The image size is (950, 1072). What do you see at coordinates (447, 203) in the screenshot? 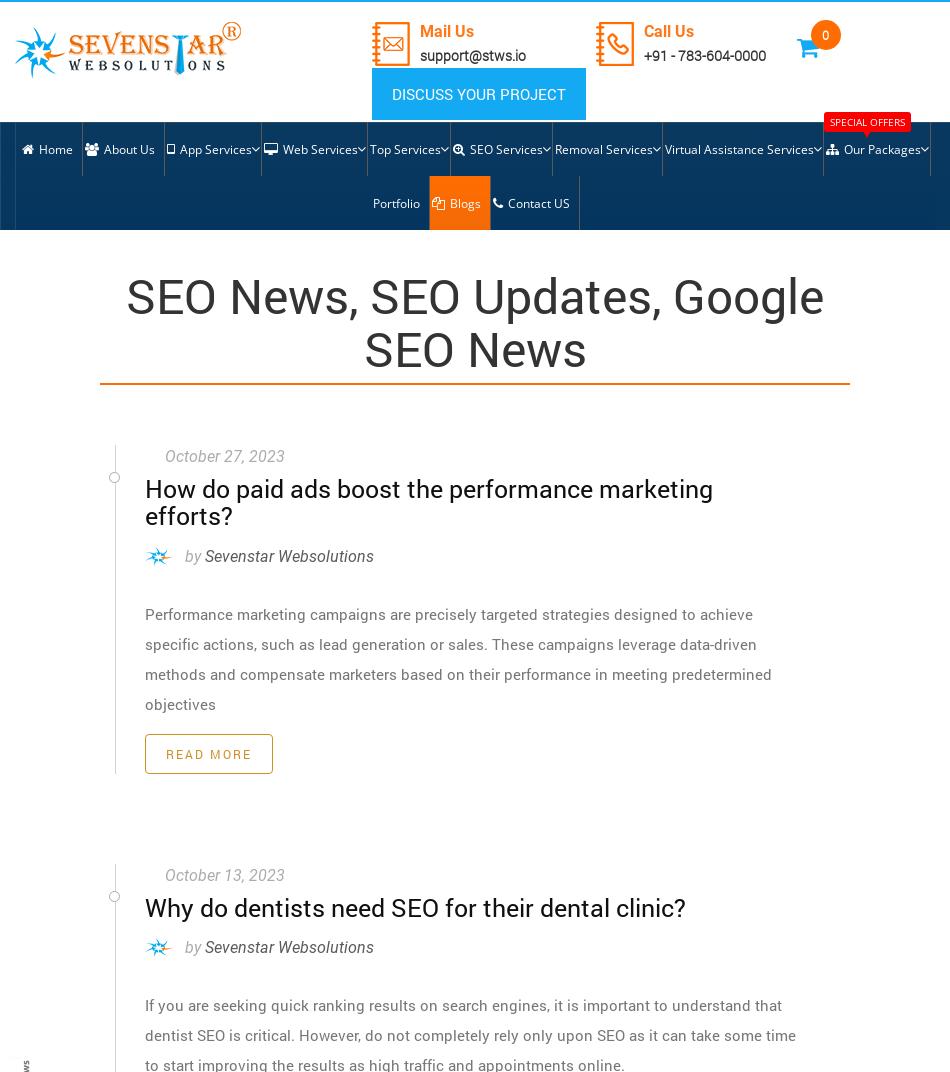
I see `'Blogs'` at bounding box center [447, 203].